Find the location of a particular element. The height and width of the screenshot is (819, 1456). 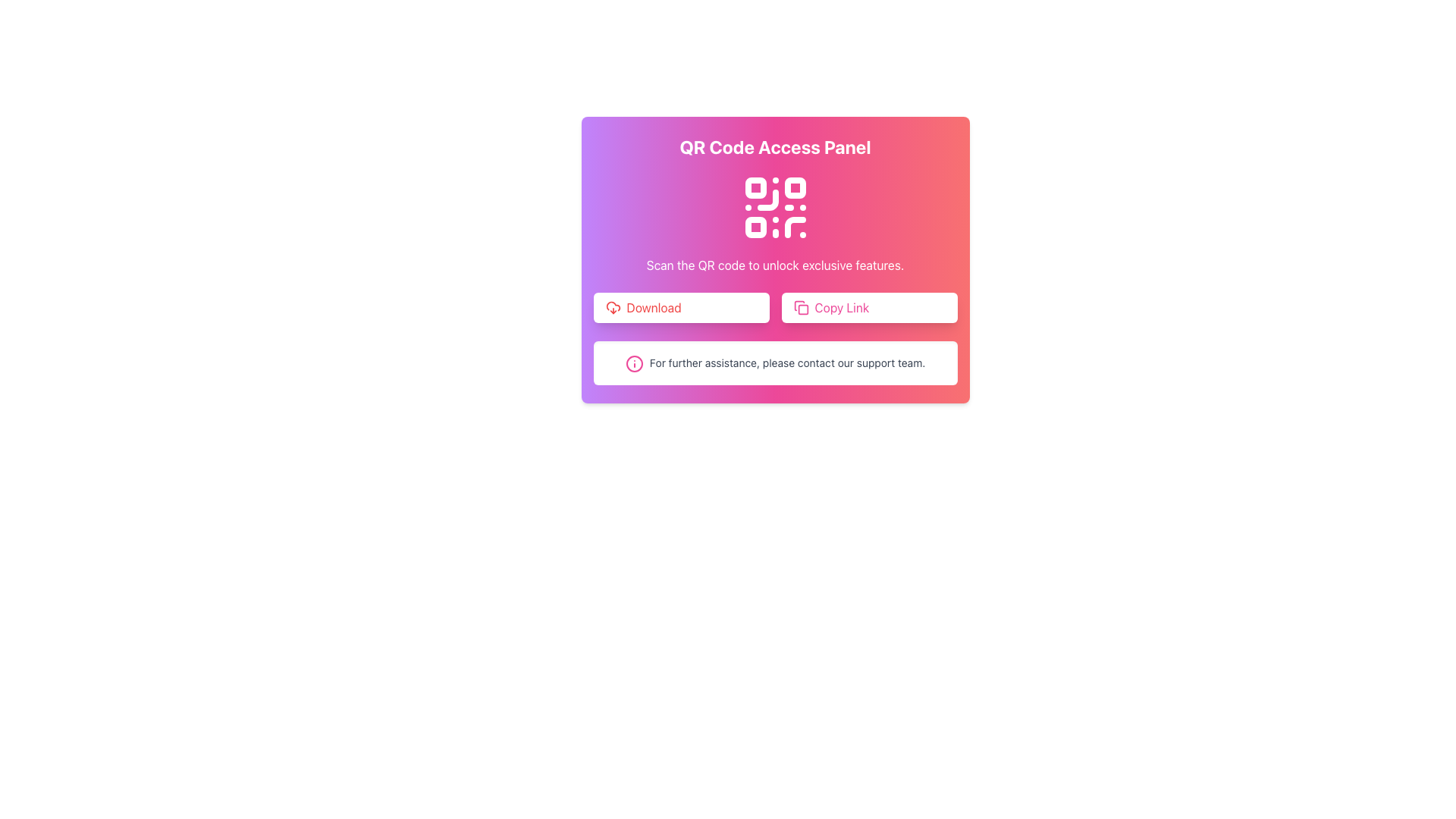

the 'Copy Link' button, which is the right button in a pair of interactive buttons labeled 'Download' and 'Copy Link', to copy a link to the clipboard is located at coordinates (775, 307).